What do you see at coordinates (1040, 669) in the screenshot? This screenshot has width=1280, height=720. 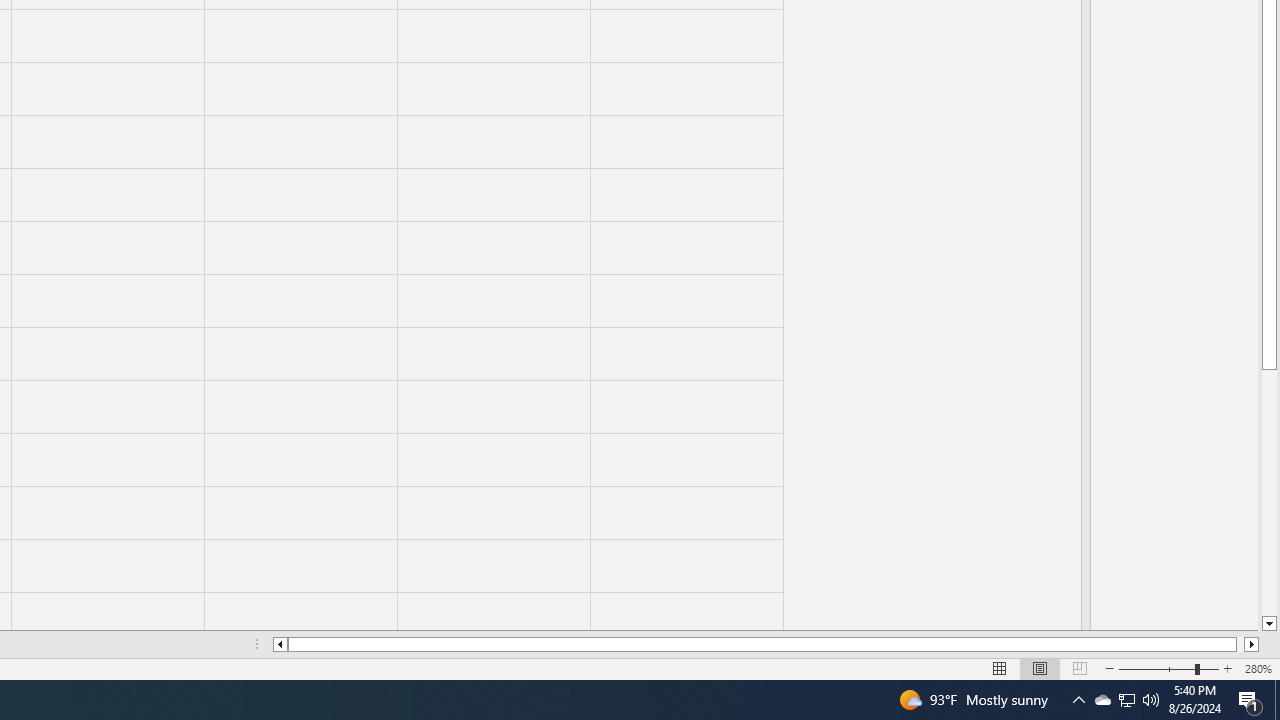 I see `'Page Layout'` at bounding box center [1040, 669].